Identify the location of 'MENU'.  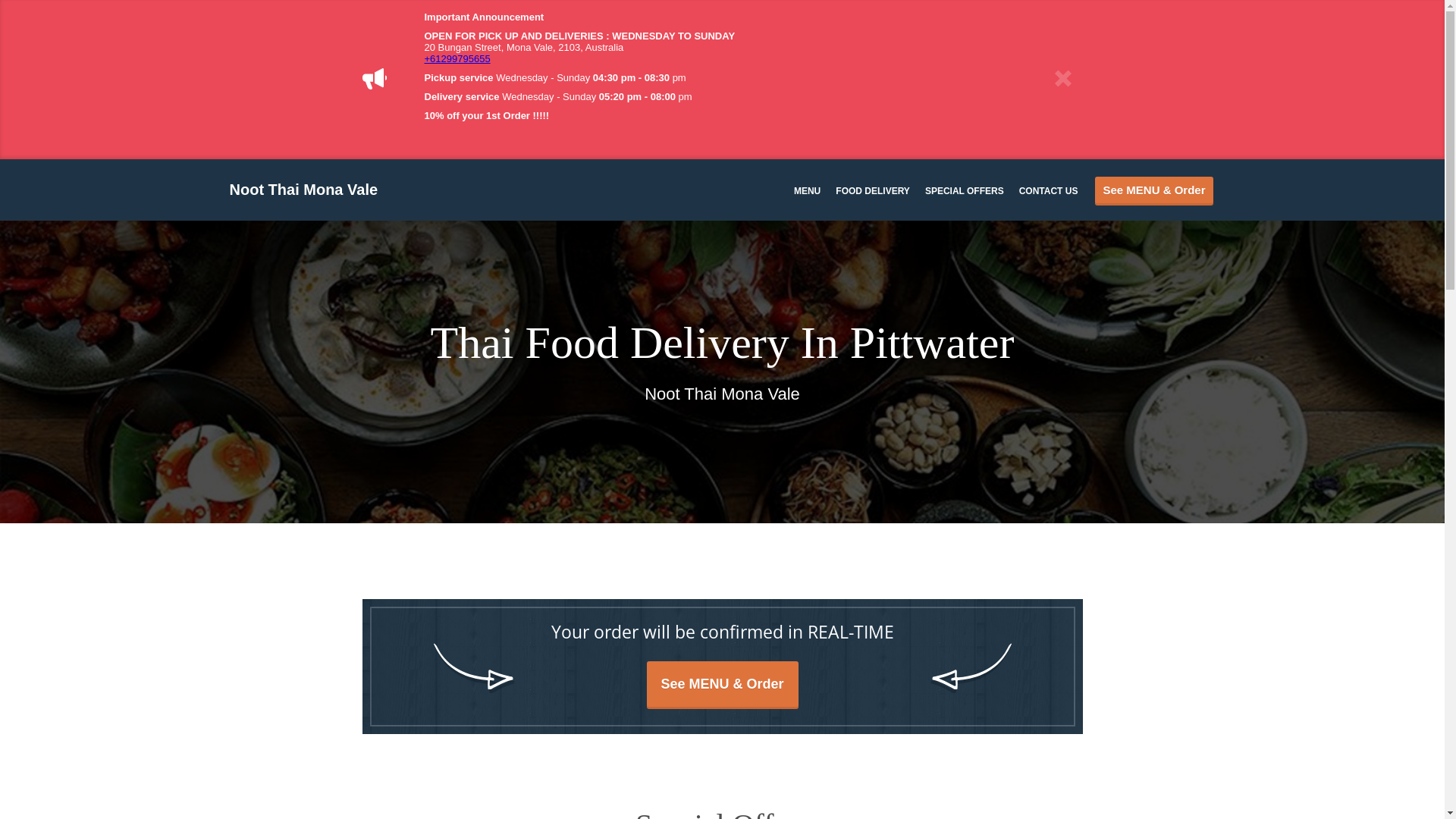
(792, 189).